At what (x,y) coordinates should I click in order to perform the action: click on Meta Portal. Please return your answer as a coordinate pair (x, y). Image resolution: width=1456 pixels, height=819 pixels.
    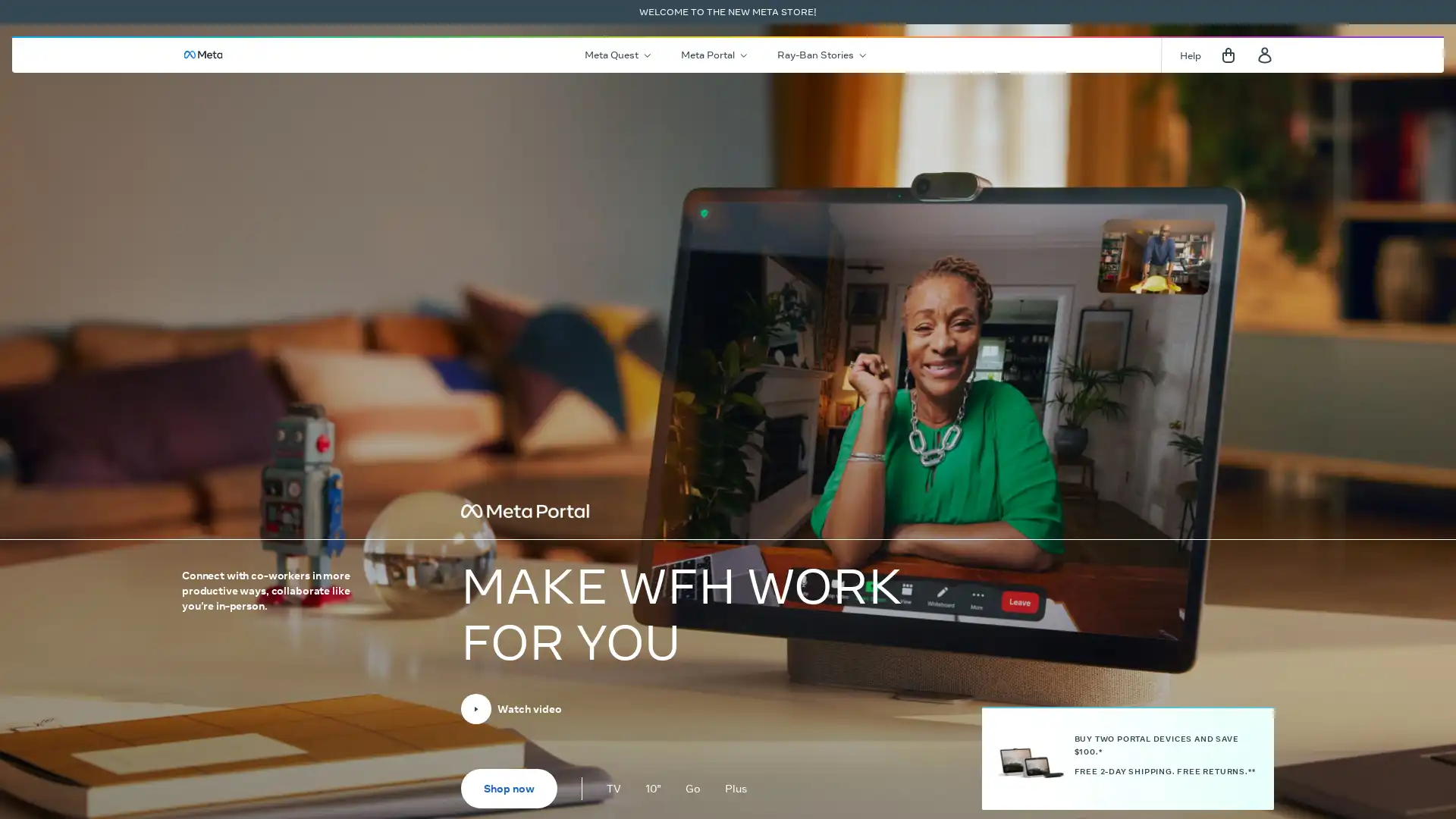
    Looking at the image, I should click on (712, 54).